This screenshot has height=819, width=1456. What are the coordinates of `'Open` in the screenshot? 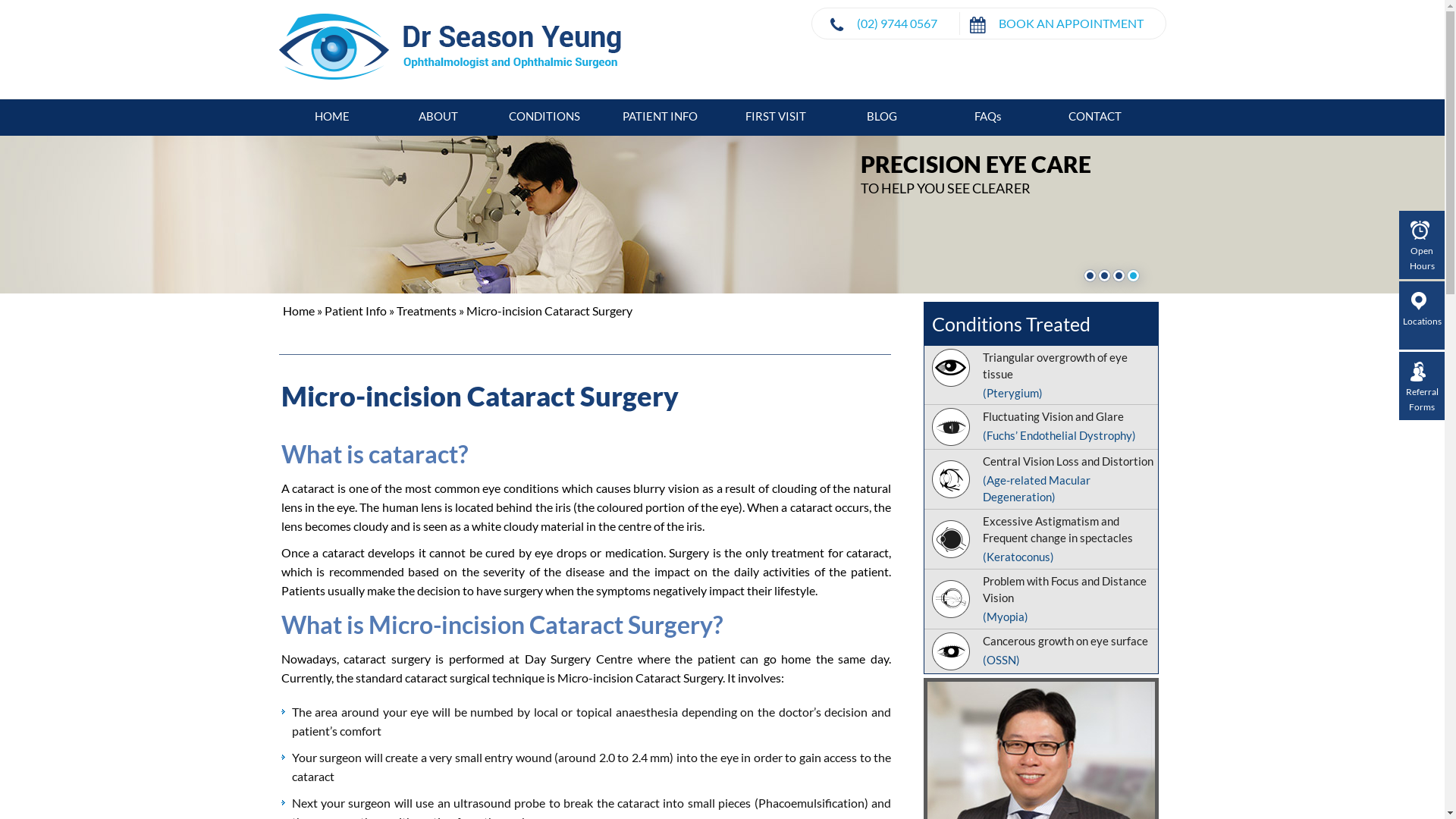 It's located at (1421, 246).